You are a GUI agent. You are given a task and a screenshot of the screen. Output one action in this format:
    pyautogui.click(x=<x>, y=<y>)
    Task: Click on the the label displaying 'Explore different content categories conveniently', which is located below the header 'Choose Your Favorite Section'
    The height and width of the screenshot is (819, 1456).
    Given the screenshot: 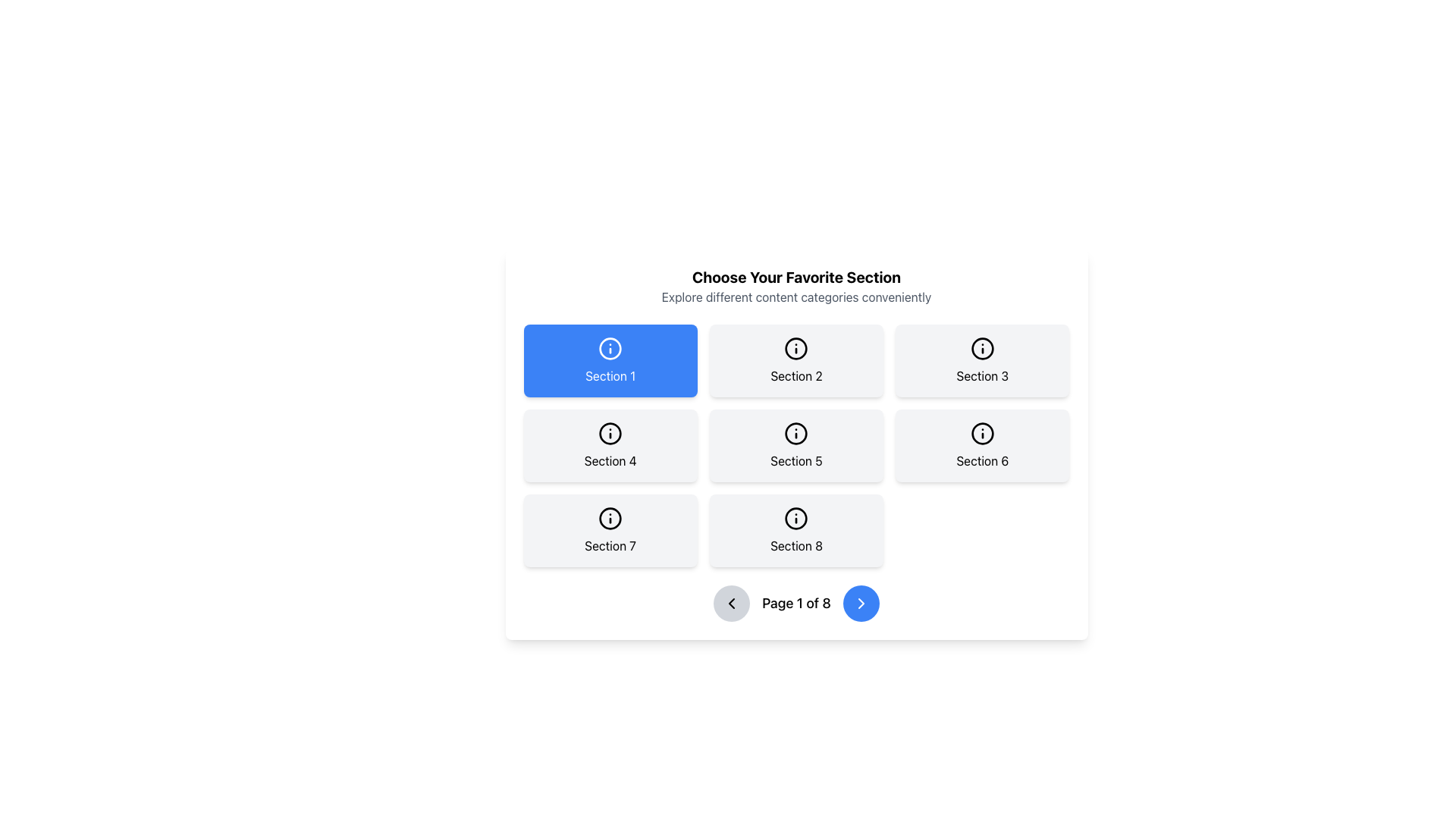 What is the action you would take?
    pyautogui.click(x=795, y=297)
    